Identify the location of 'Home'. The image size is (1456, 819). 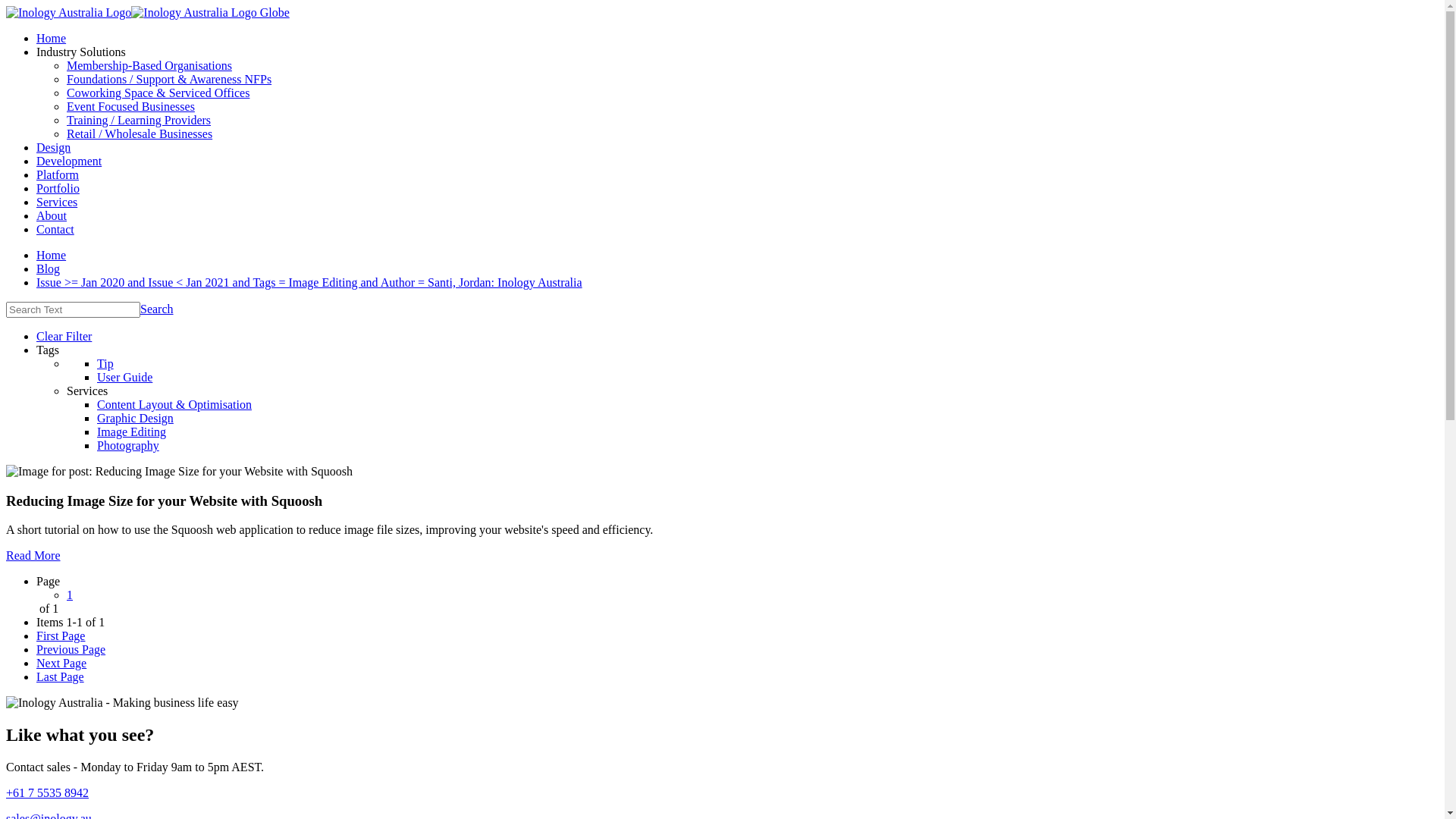
(51, 254).